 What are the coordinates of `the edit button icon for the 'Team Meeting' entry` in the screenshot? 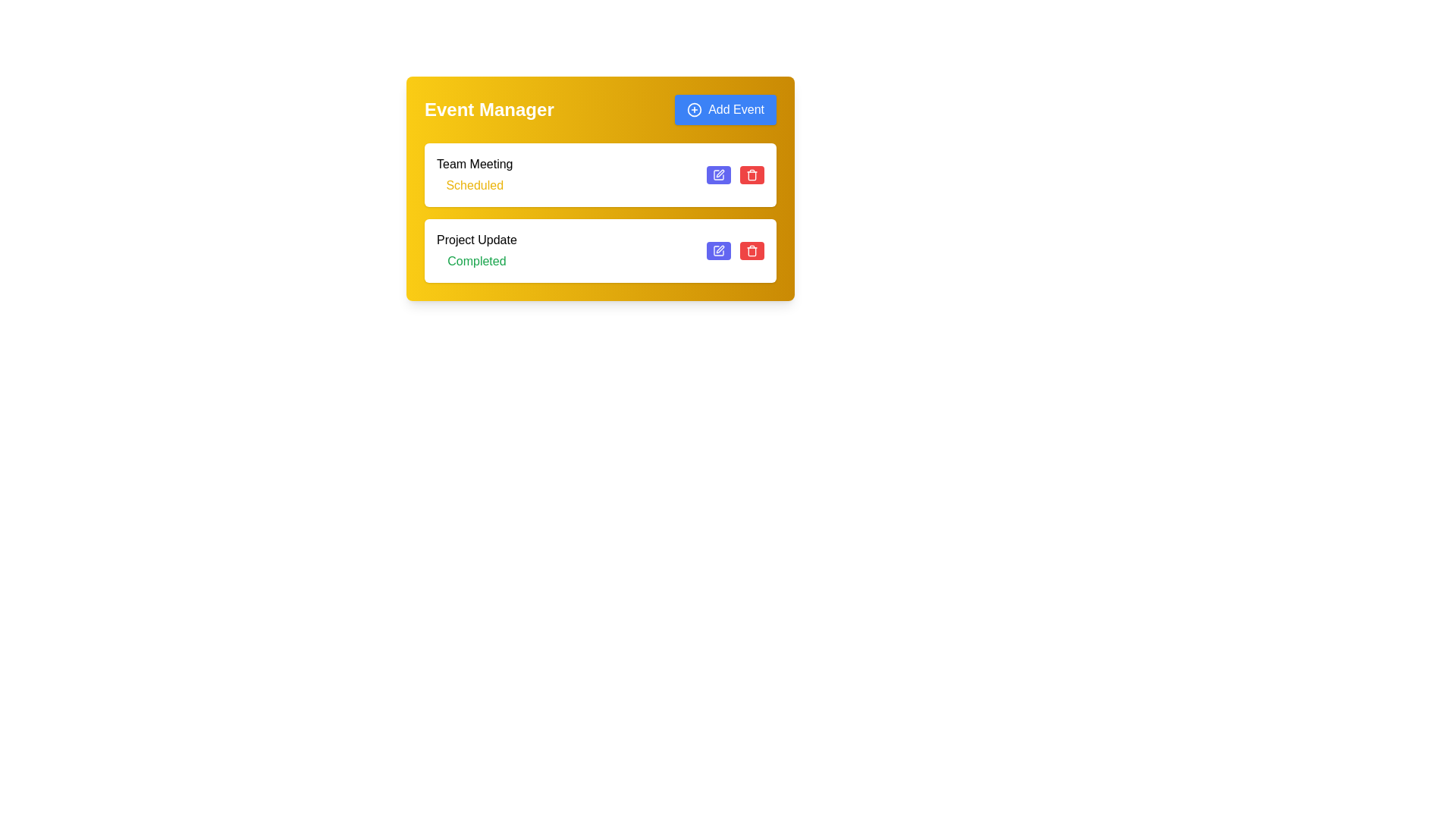 It's located at (718, 250).